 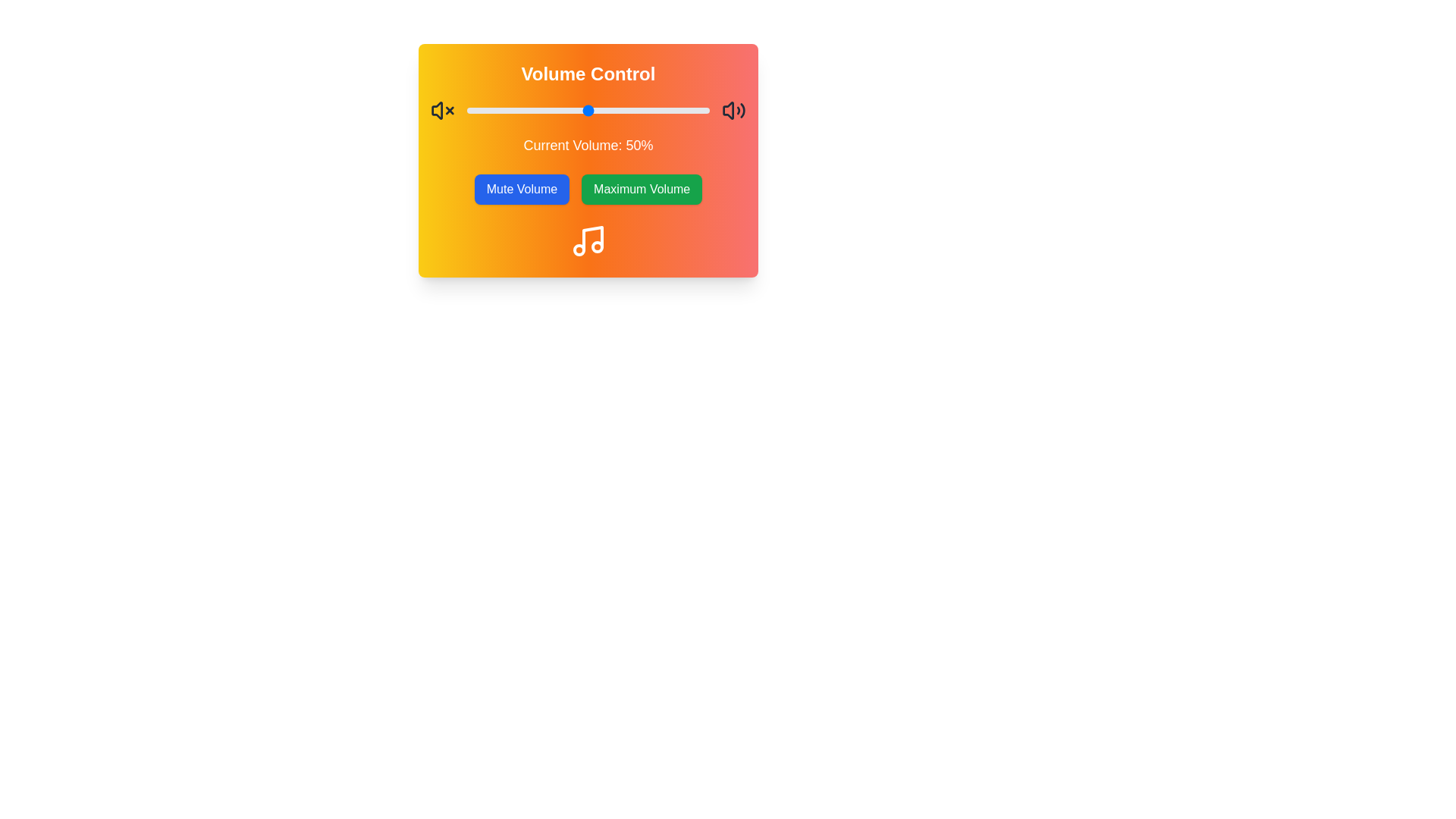 What do you see at coordinates (521, 189) in the screenshot?
I see `mute button to mute the volume` at bounding box center [521, 189].